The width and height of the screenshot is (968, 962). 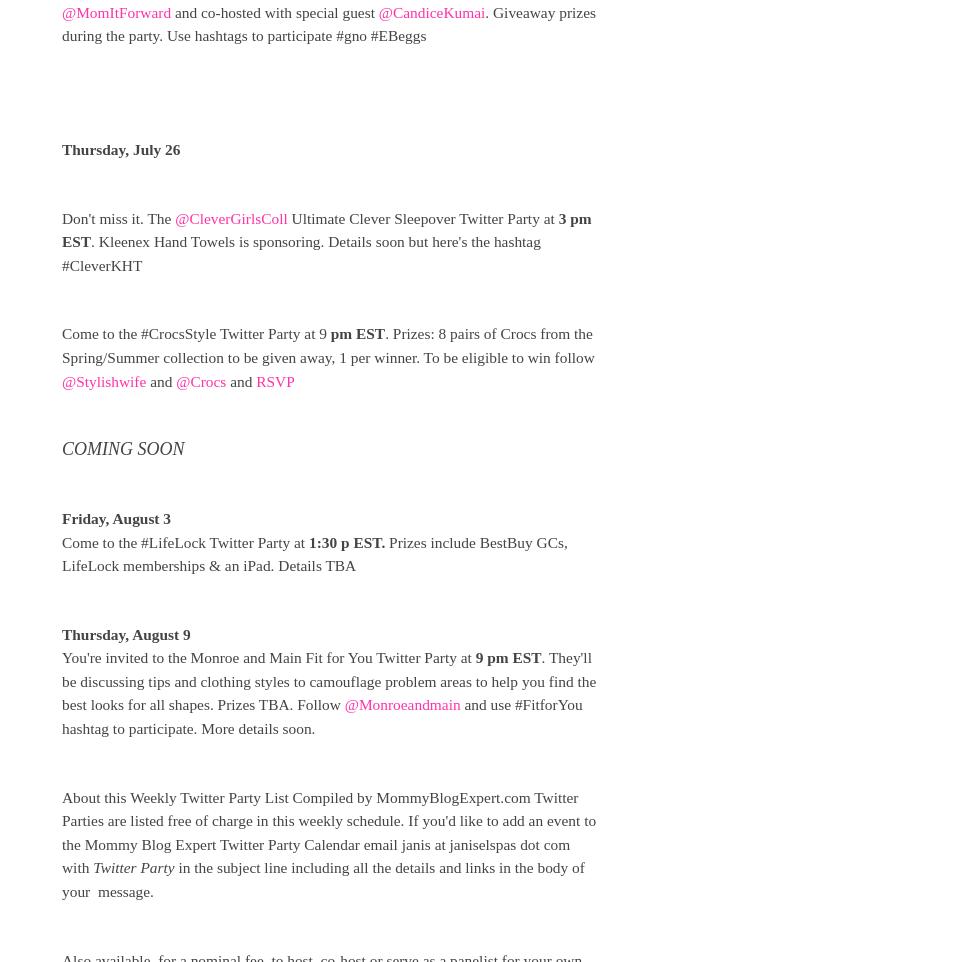 What do you see at coordinates (329, 22) in the screenshot?
I see `'. Giveaway prizes during the party. Use hashtags to participate #gno #EBeggs'` at bounding box center [329, 22].